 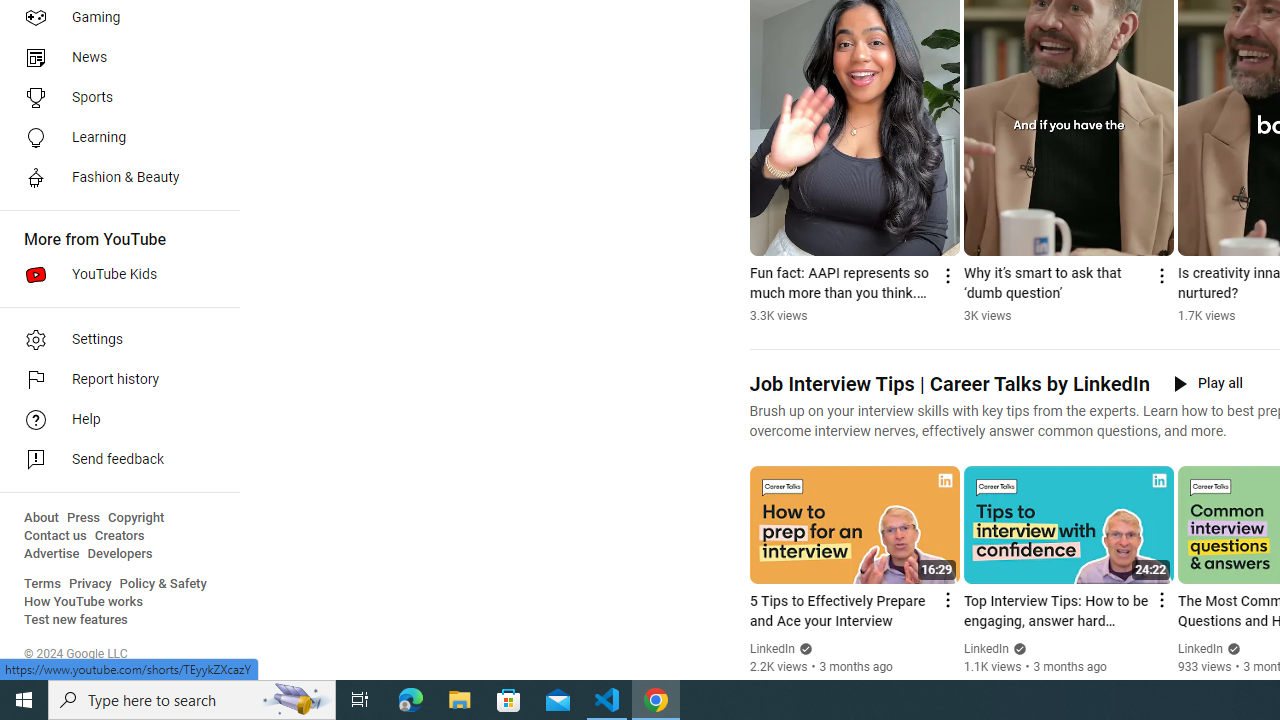 What do you see at coordinates (163, 584) in the screenshot?
I see `'Policy & Safety'` at bounding box center [163, 584].